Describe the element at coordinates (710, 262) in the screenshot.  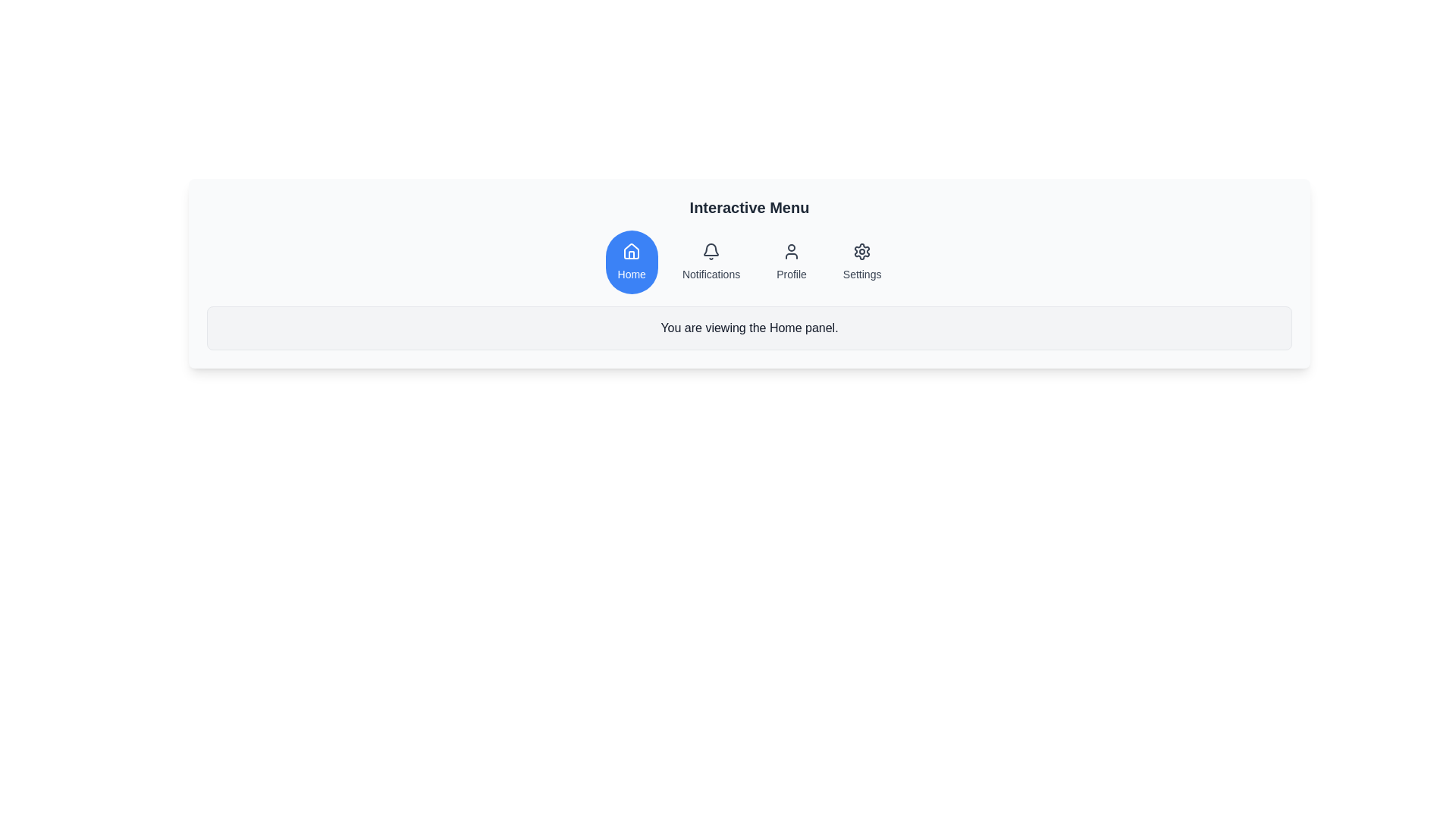
I see `the Notifications button, which features a bell icon and text, positioned second in the navigation menu` at that location.